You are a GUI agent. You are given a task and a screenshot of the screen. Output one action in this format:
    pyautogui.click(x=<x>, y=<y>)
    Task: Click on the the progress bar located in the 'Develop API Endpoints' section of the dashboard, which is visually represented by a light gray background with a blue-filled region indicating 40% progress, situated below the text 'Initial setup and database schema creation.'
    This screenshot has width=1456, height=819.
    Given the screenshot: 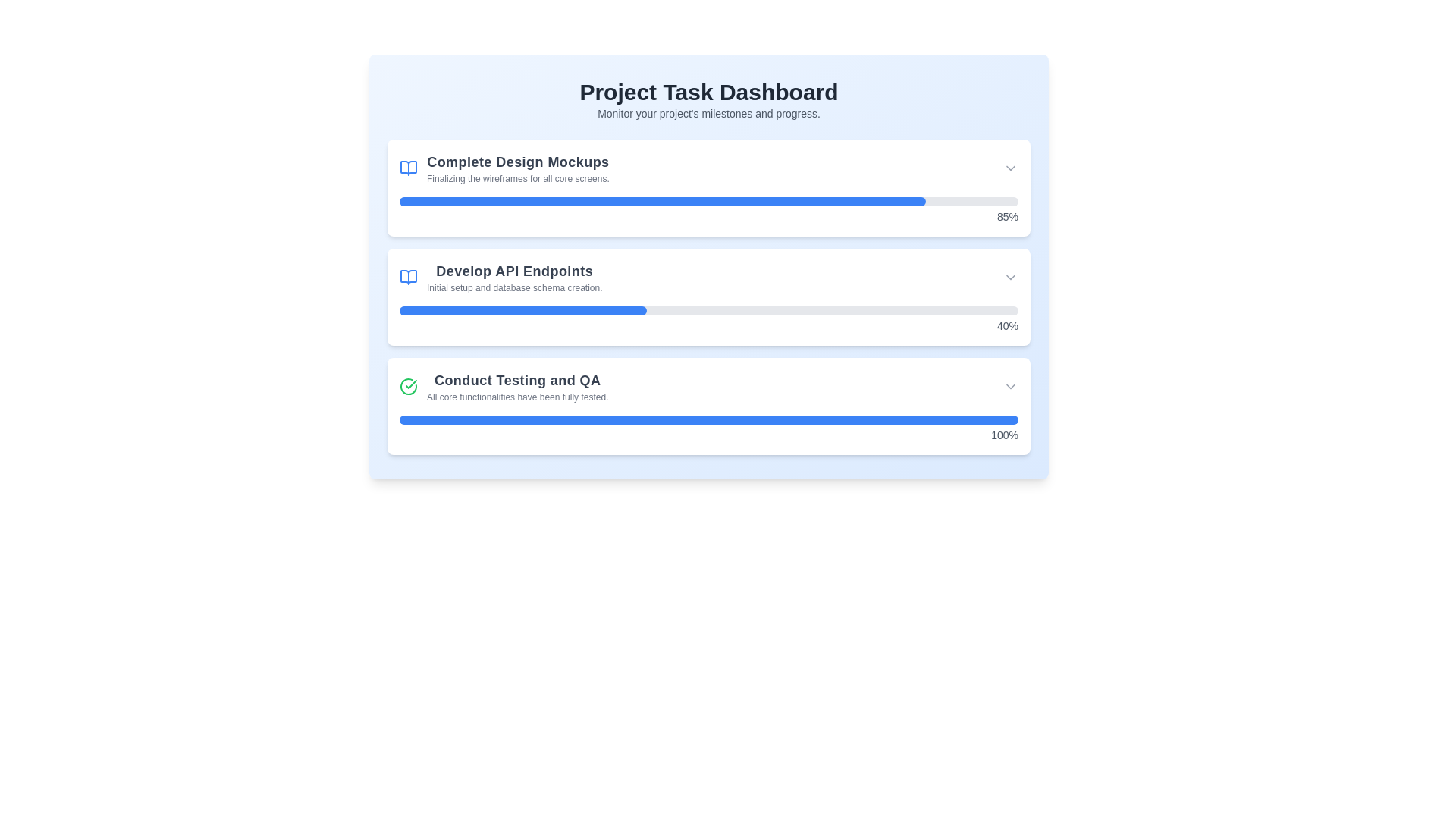 What is the action you would take?
    pyautogui.click(x=708, y=309)
    